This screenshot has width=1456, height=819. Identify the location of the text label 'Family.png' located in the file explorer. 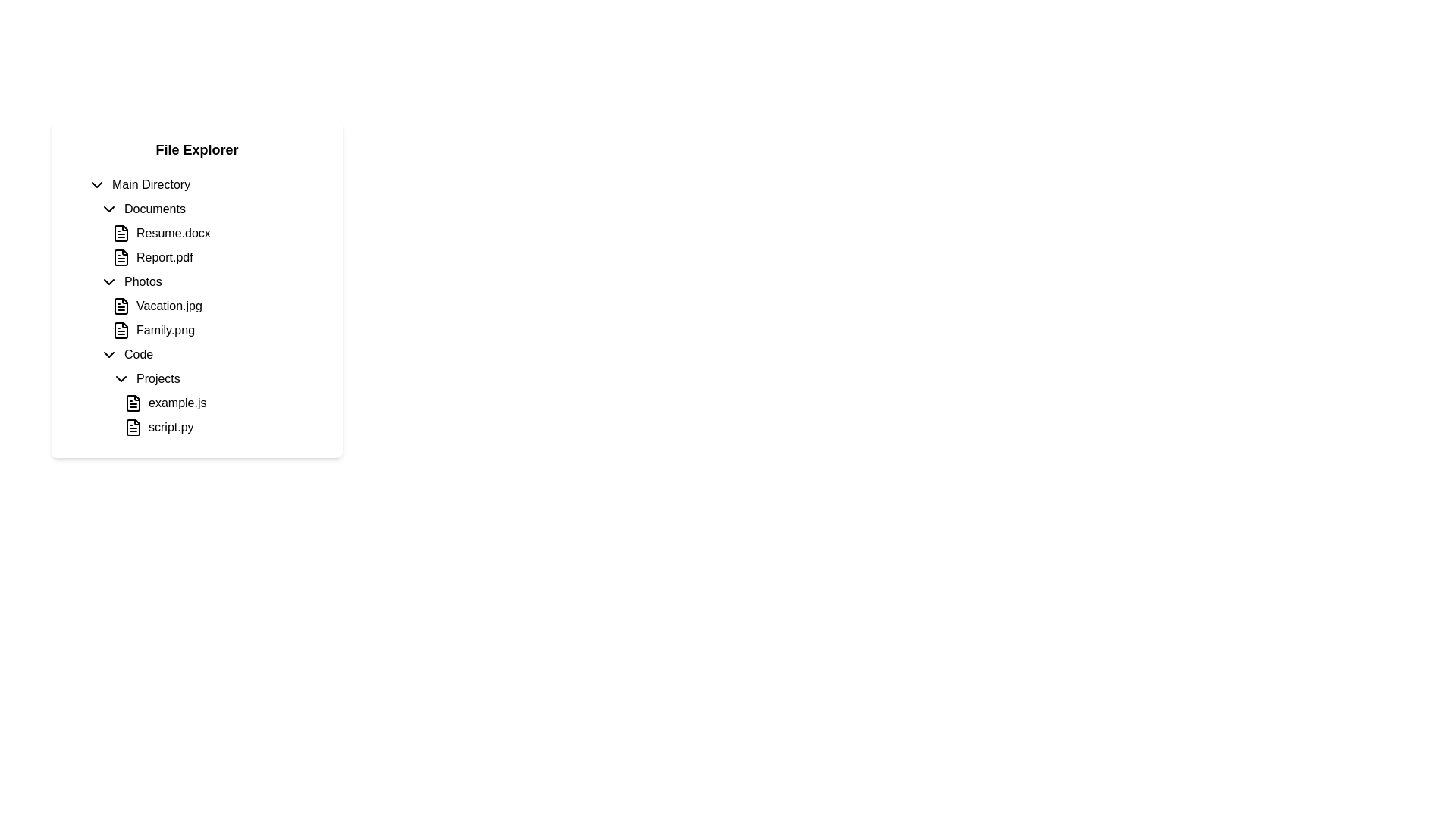
(165, 329).